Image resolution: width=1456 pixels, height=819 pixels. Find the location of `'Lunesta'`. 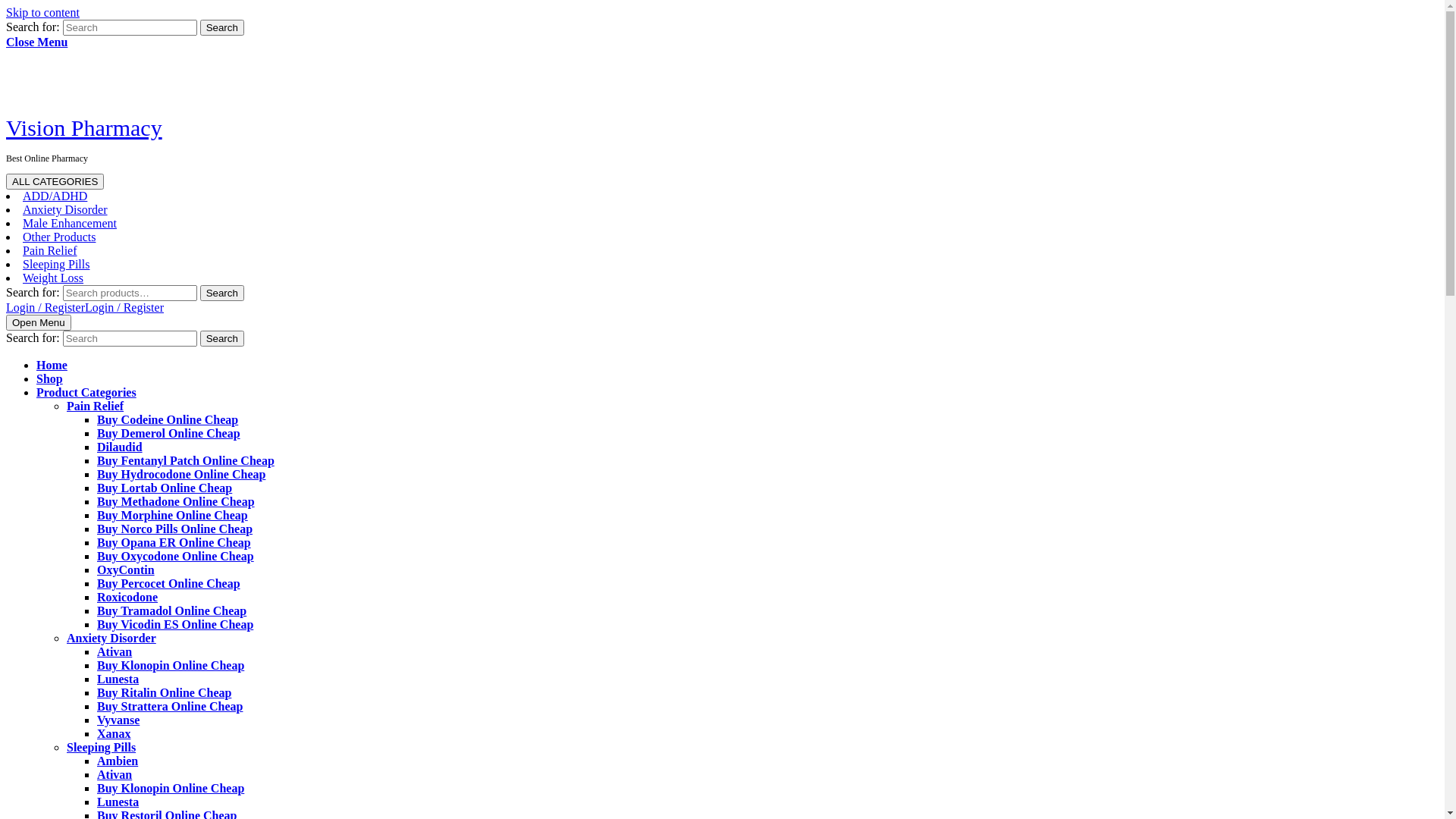

'Lunesta' is located at coordinates (117, 801).